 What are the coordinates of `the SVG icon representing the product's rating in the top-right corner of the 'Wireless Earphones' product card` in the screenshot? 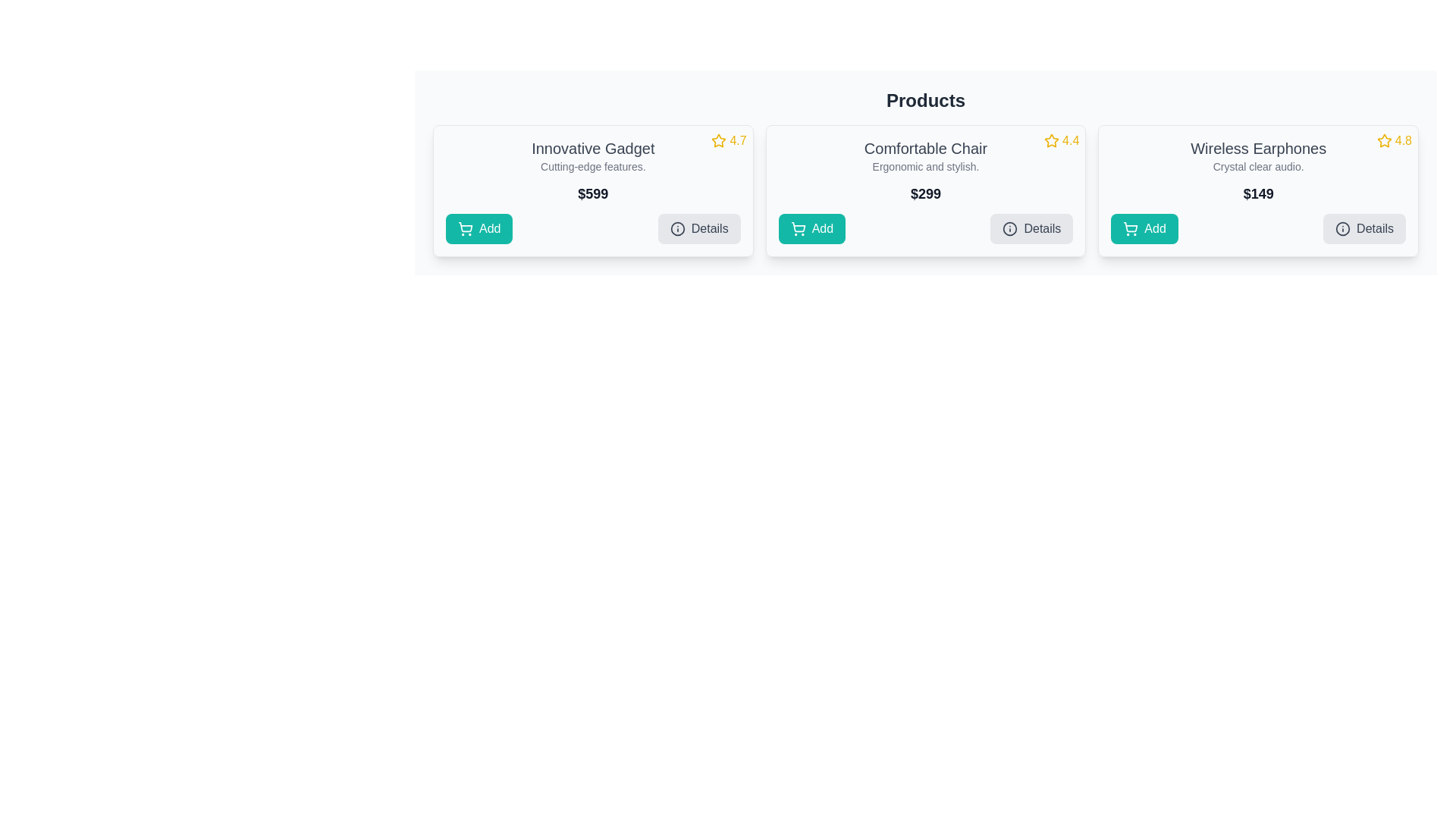 It's located at (1384, 140).